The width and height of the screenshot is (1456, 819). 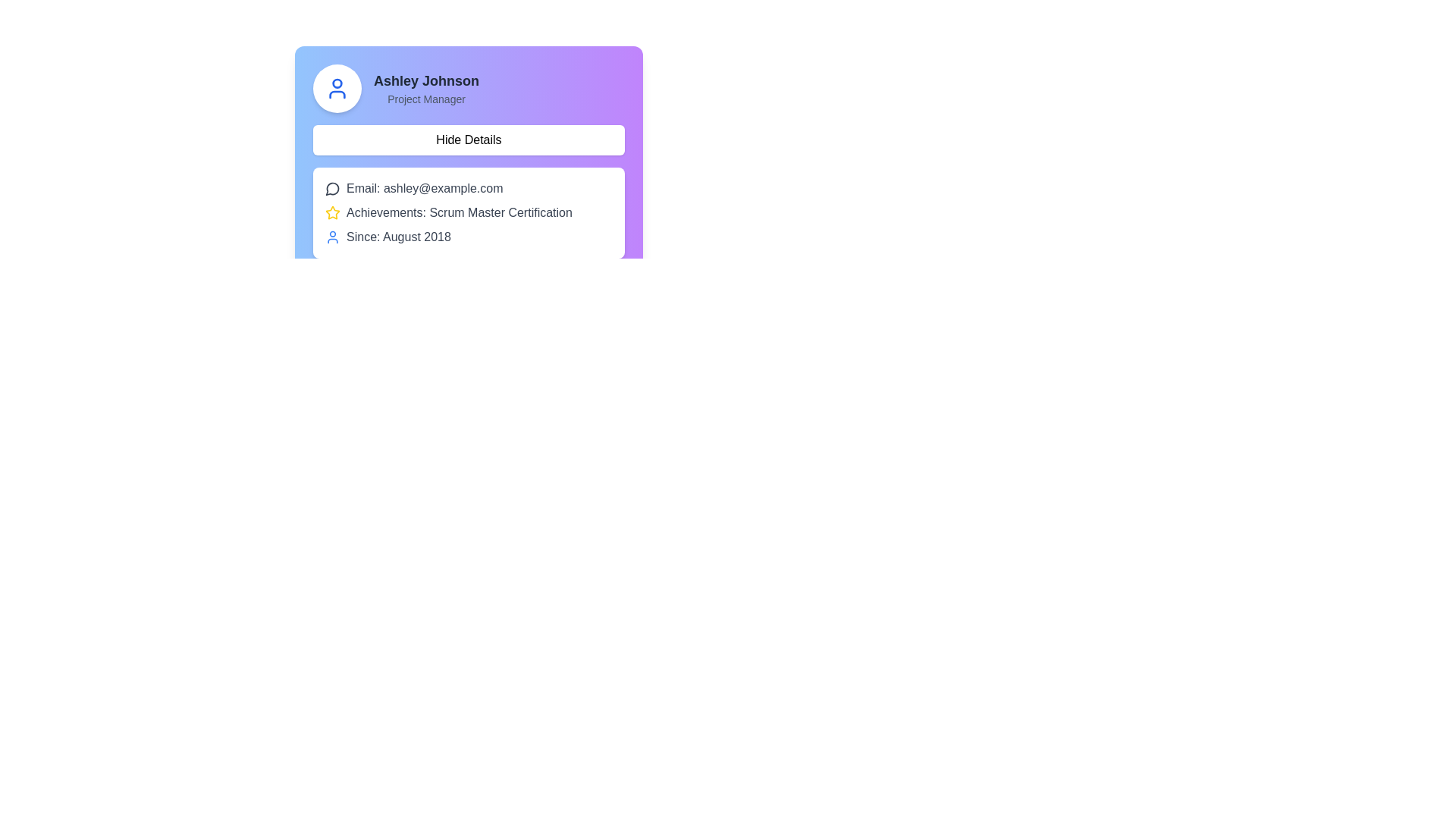 I want to click on the static text label that displays the 'Scrum Master Certification' achievement, located to the right of a yellow star icon in the user details section, so click(x=458, y=213).